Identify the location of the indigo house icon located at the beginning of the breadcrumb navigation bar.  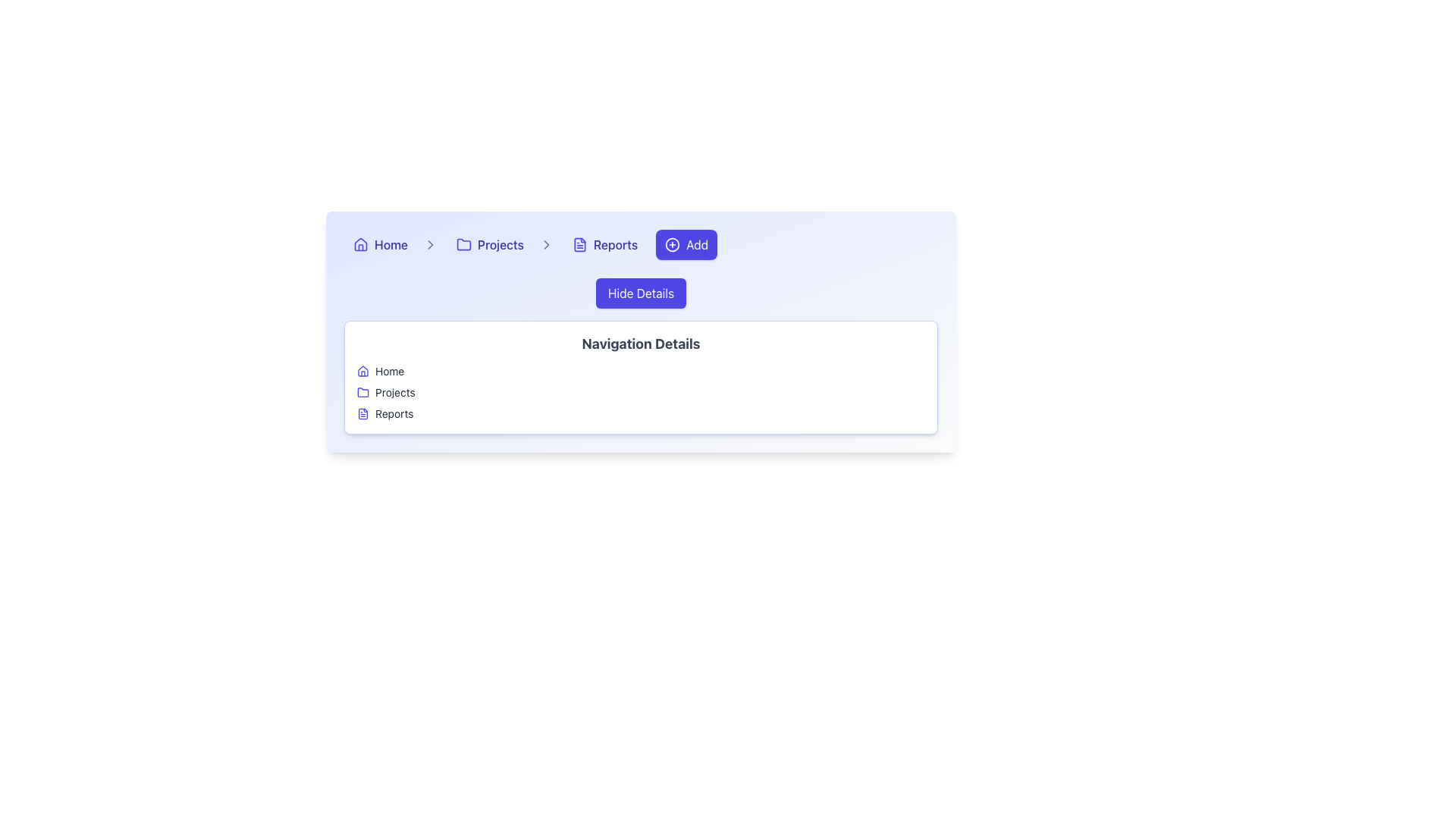
(359, 244).